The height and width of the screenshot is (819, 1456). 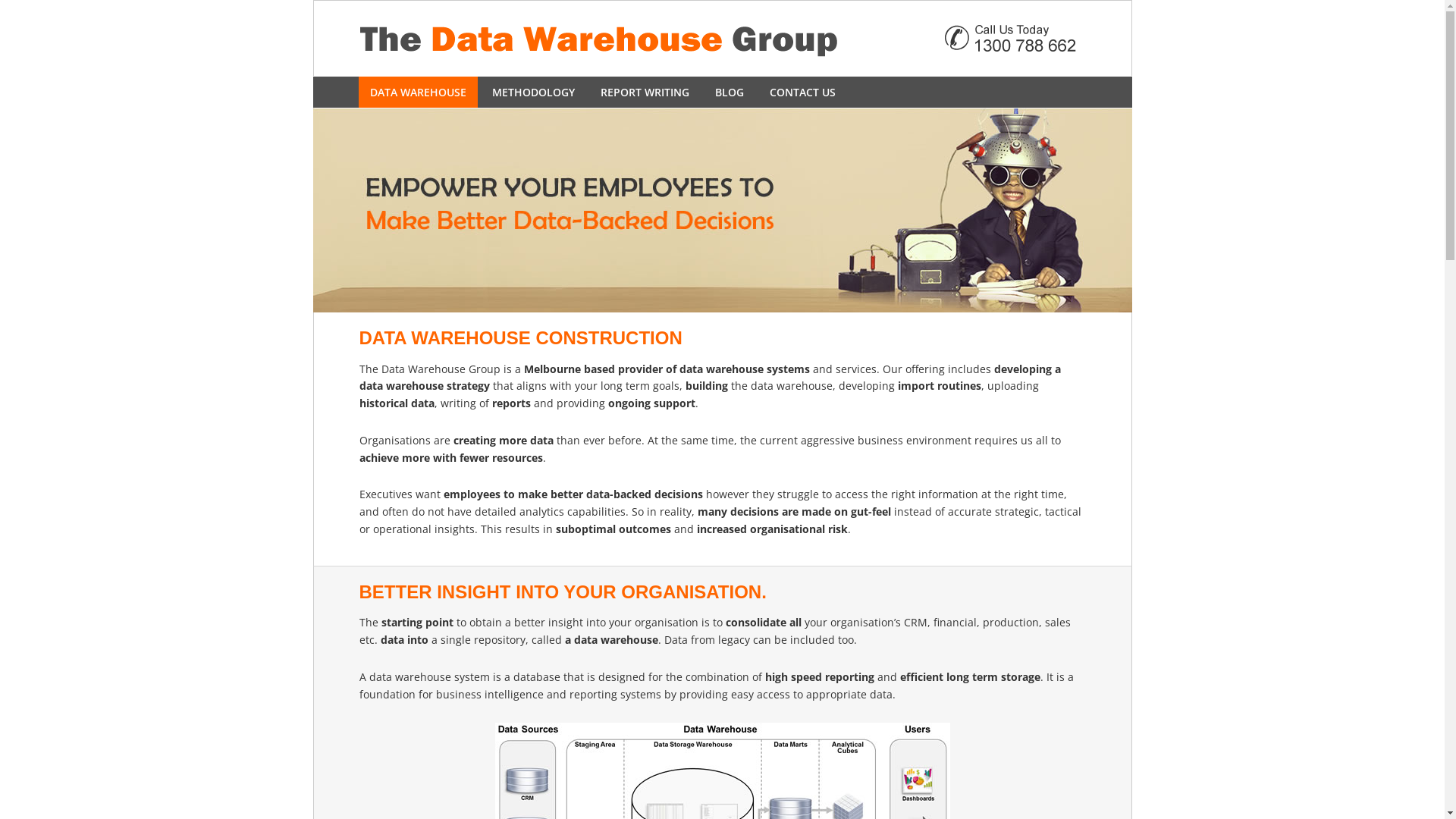 What do you see at coordinates (802, 92) in the screenshot?
I see `'CONTACT US'` at bounding box center [802, 92].